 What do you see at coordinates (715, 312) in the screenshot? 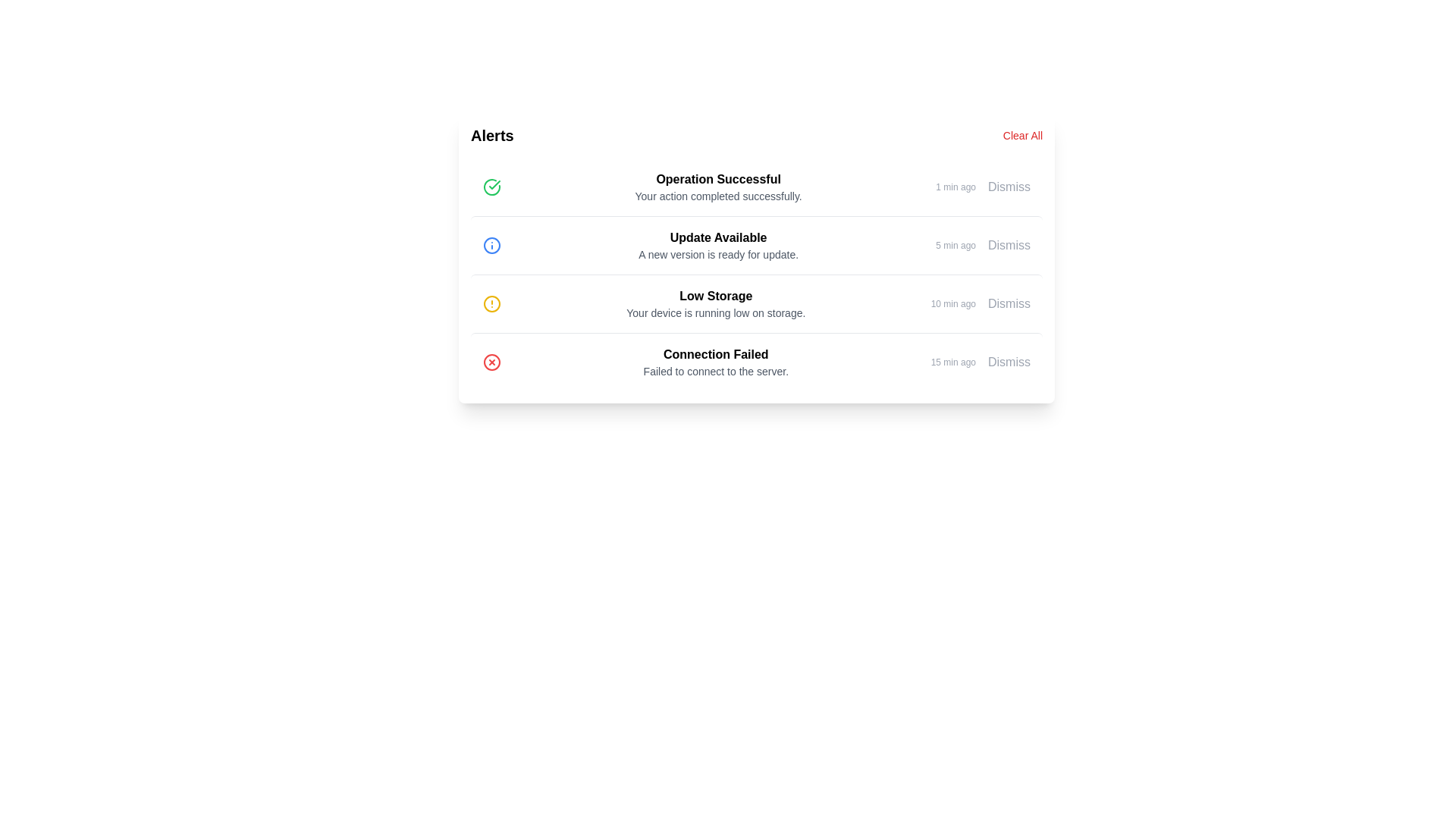
I see `descriptive text element located below the title in the 'Low Storage' notification card, which provides additional context about the low storage issue` at bounding box center [715, 312].